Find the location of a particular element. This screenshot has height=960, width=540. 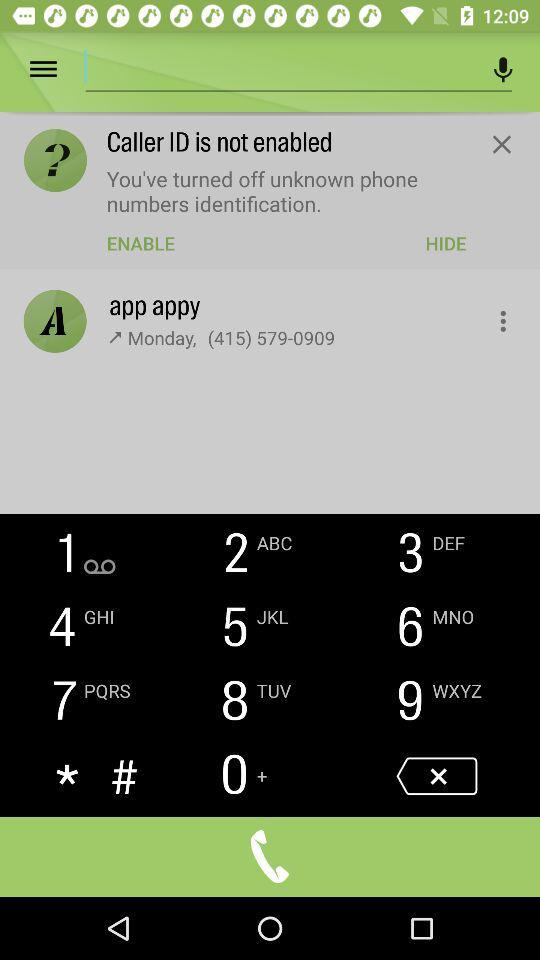

more options is located at coordinates (491, 316).